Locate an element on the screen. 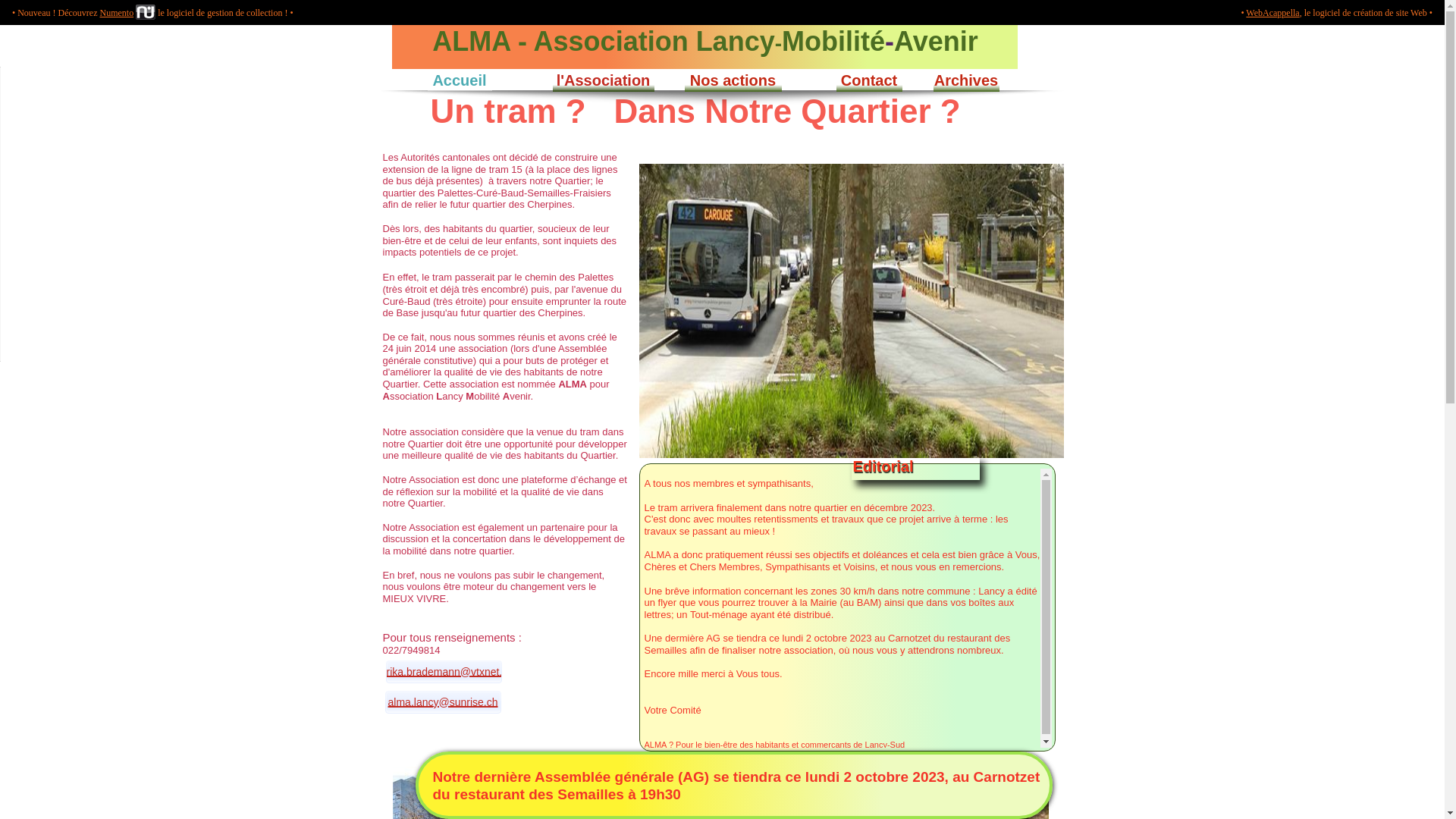 The width and height of the screenshot is (1456, 819). 'Accueil' is located at coordinates (458, 80).